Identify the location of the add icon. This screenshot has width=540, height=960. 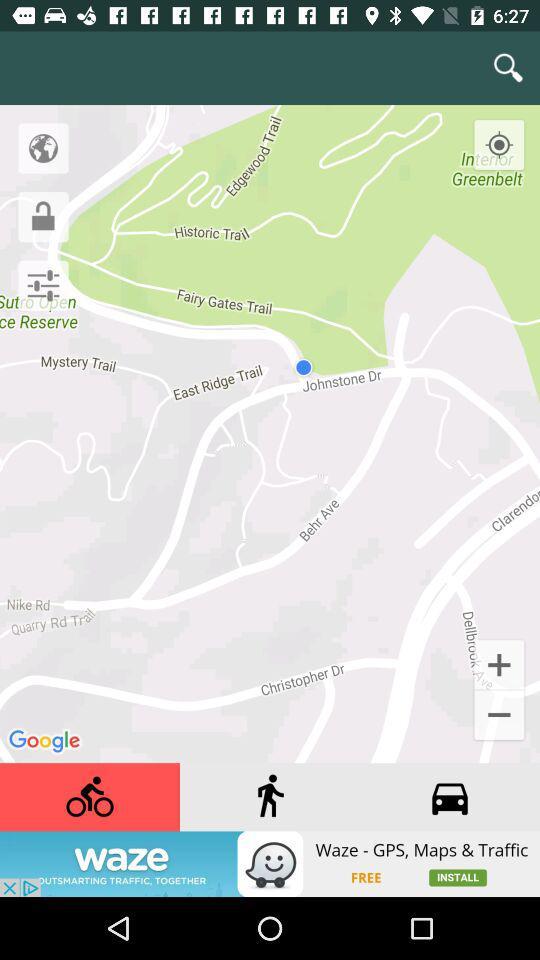
(498, 648).